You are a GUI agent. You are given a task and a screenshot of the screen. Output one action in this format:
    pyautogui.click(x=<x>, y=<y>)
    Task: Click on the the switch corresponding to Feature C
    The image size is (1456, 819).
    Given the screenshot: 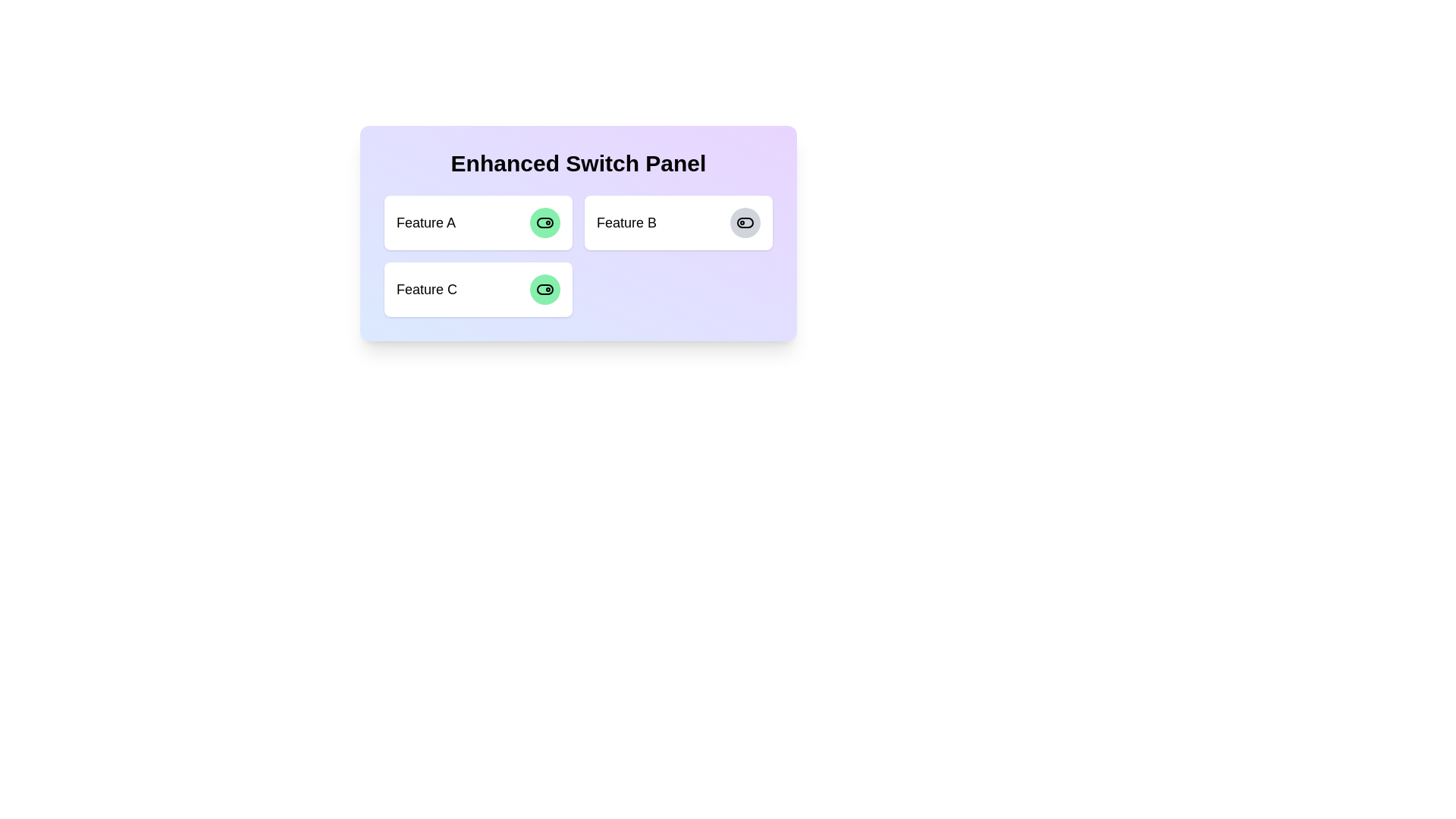 What is the action you would take?
    pyautogui.click(x=545, y=289)
    